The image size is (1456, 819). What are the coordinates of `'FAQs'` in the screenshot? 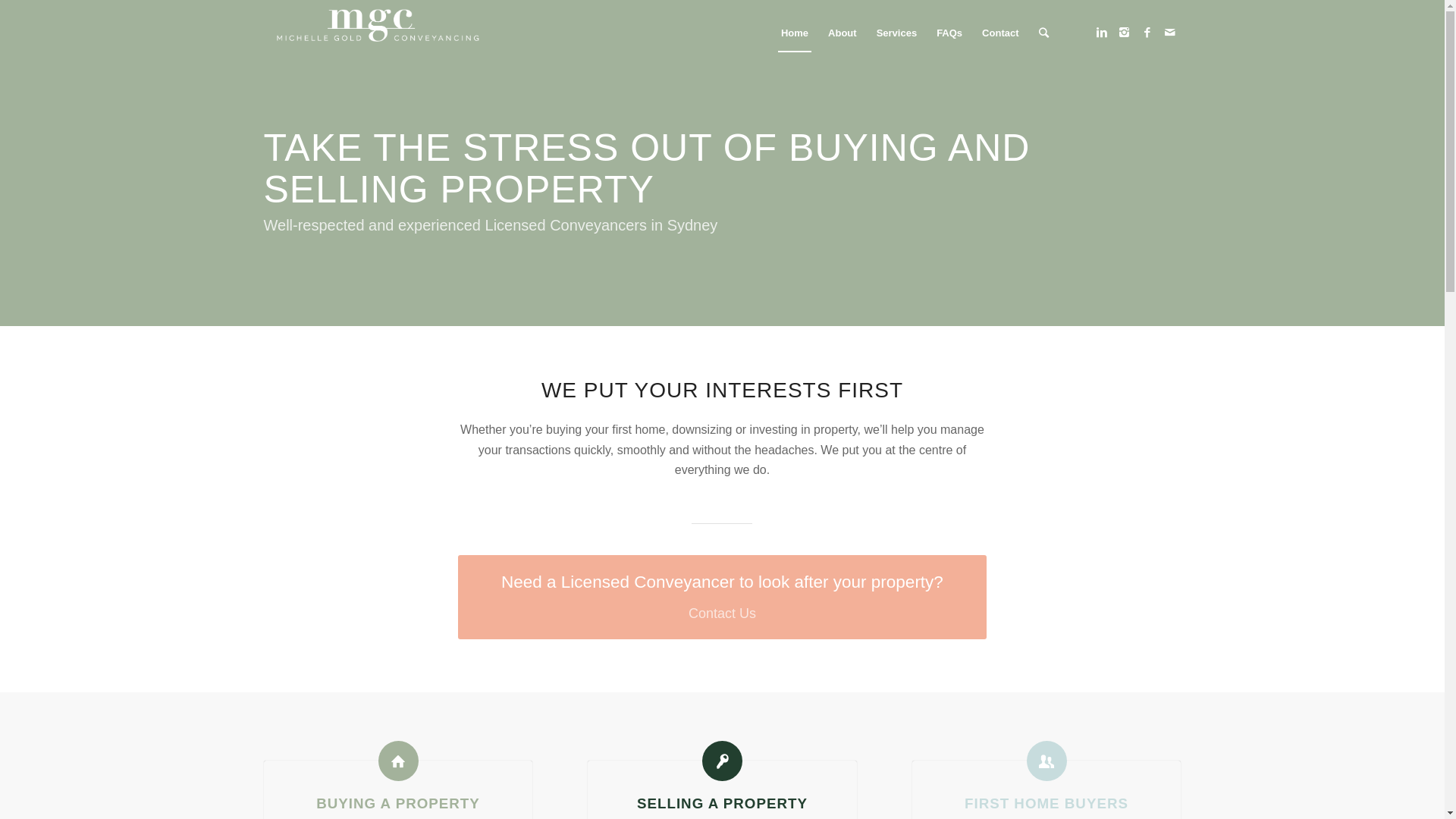 It's located at (949, 33).